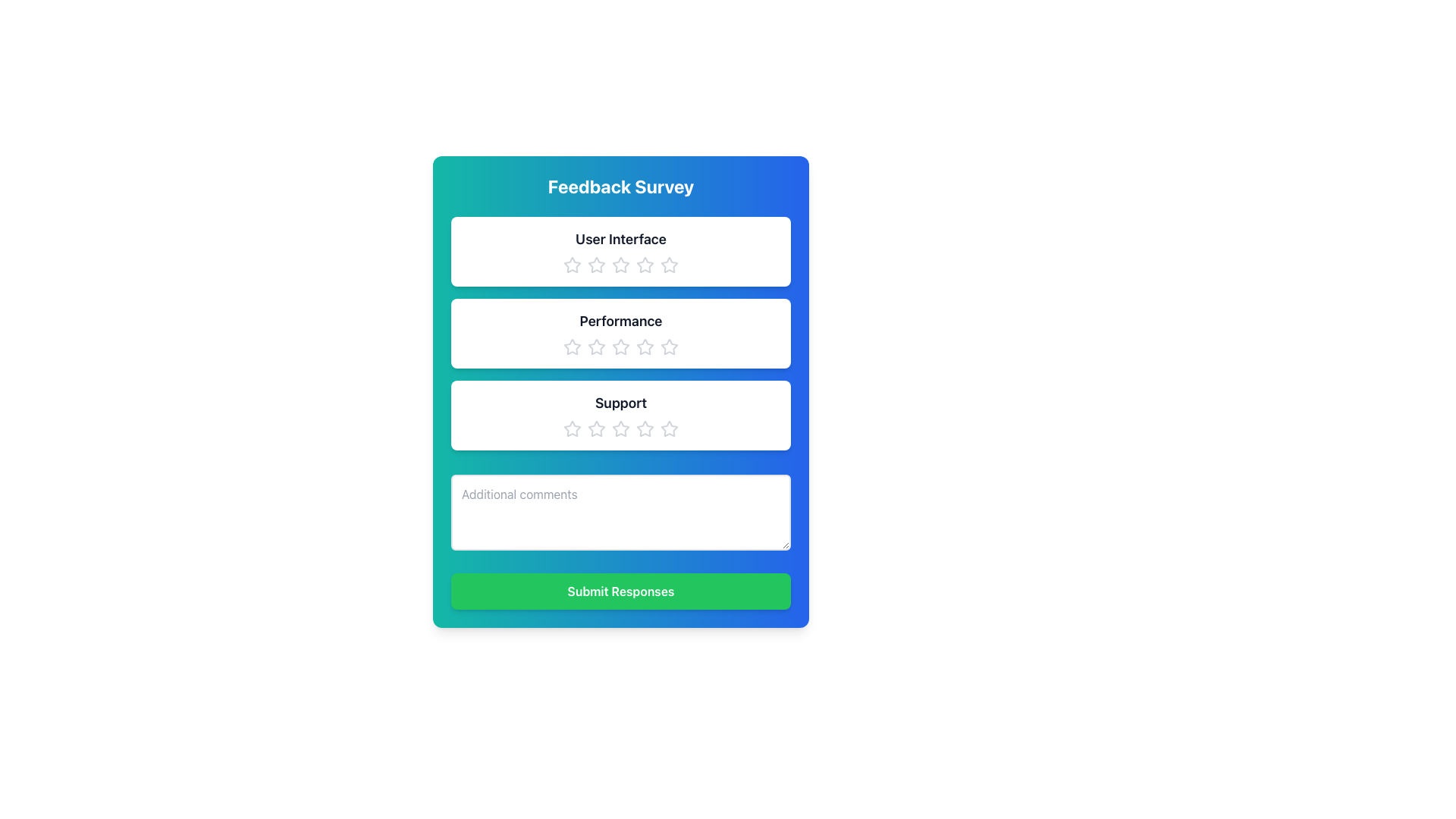  Describe the element at coordinates (596, 347) in the screenshot. I see `the second star icon in the 5-point rating scale for the 'Performance' category` at that location.